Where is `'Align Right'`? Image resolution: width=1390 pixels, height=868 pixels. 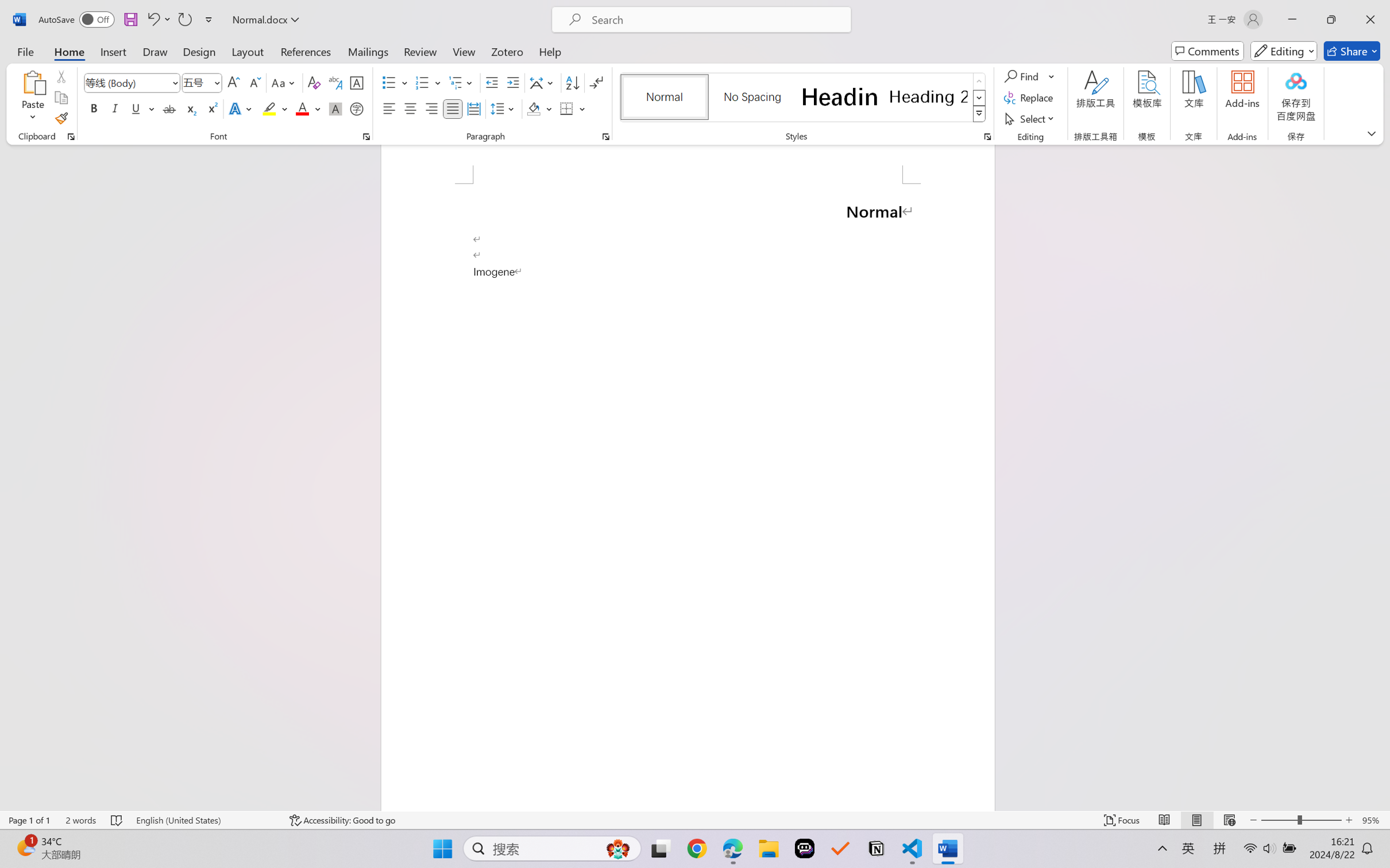 'Align Right' is located at coordinates (432, 108).